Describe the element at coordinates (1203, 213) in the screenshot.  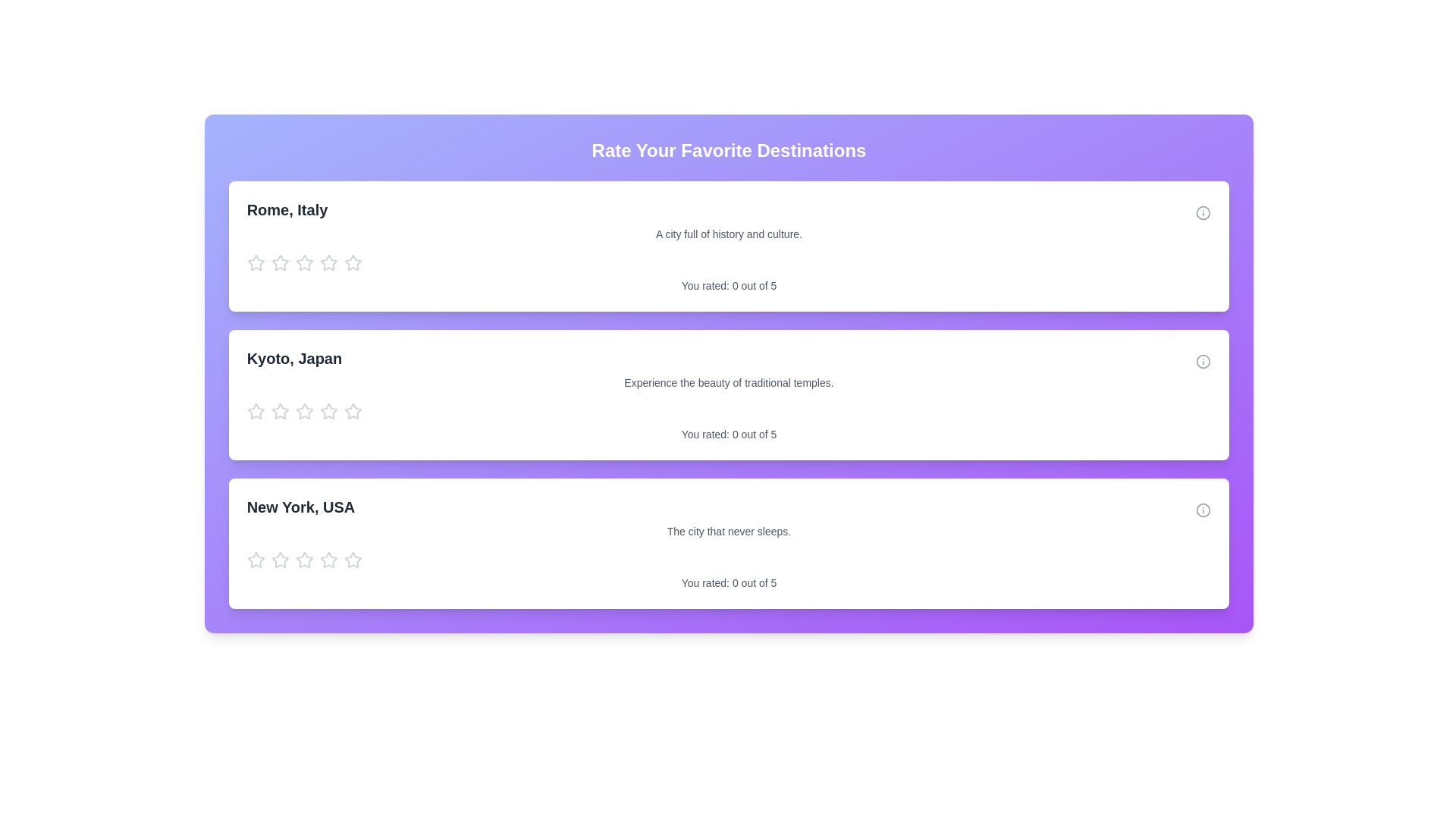
I see `the gray circular icon with an 'i'` at that location.